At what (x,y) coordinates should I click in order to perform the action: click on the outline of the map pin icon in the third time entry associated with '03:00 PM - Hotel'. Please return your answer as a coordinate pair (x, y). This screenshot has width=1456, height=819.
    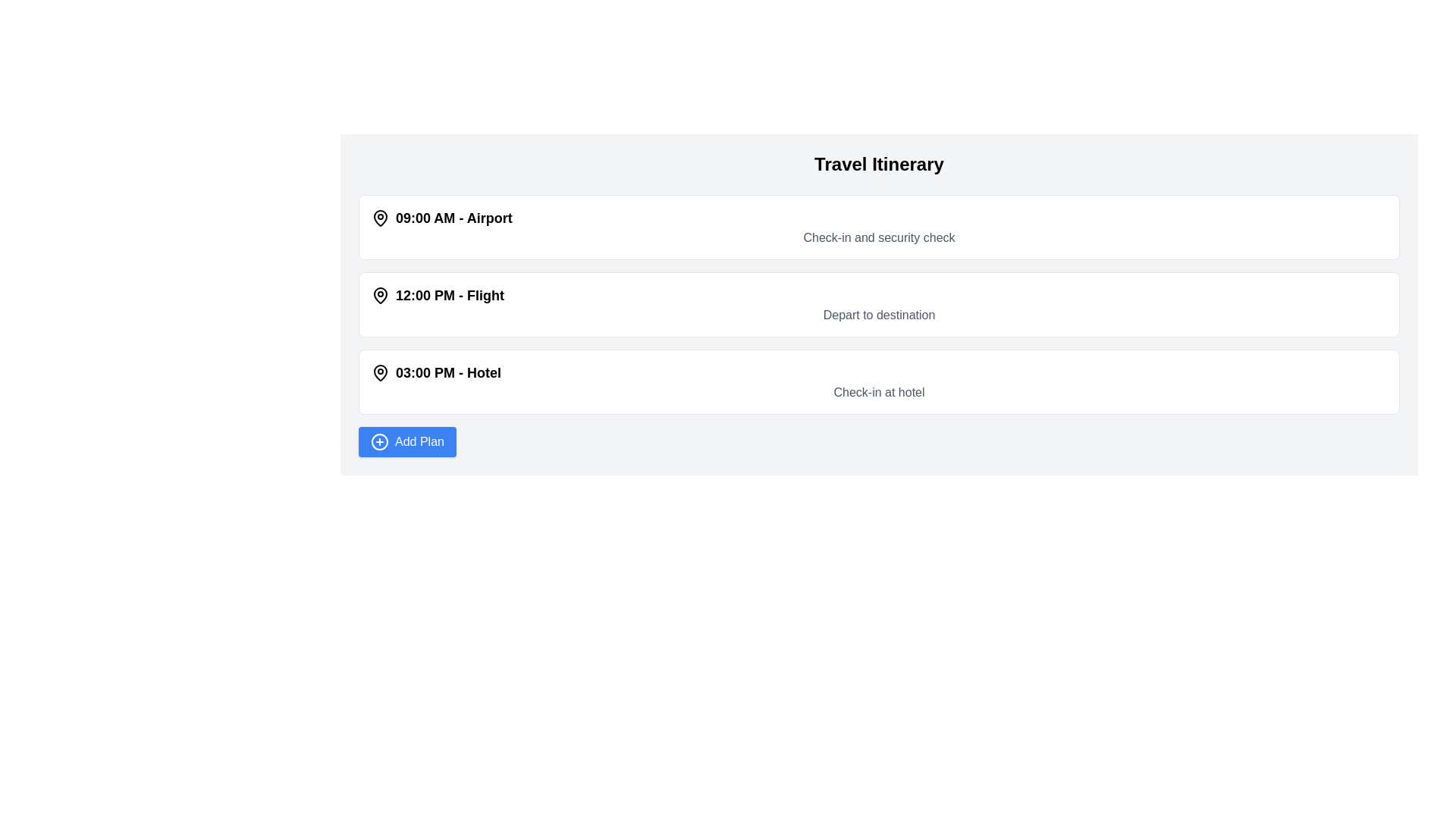
    Looking at the image, I should click on (381, 372).